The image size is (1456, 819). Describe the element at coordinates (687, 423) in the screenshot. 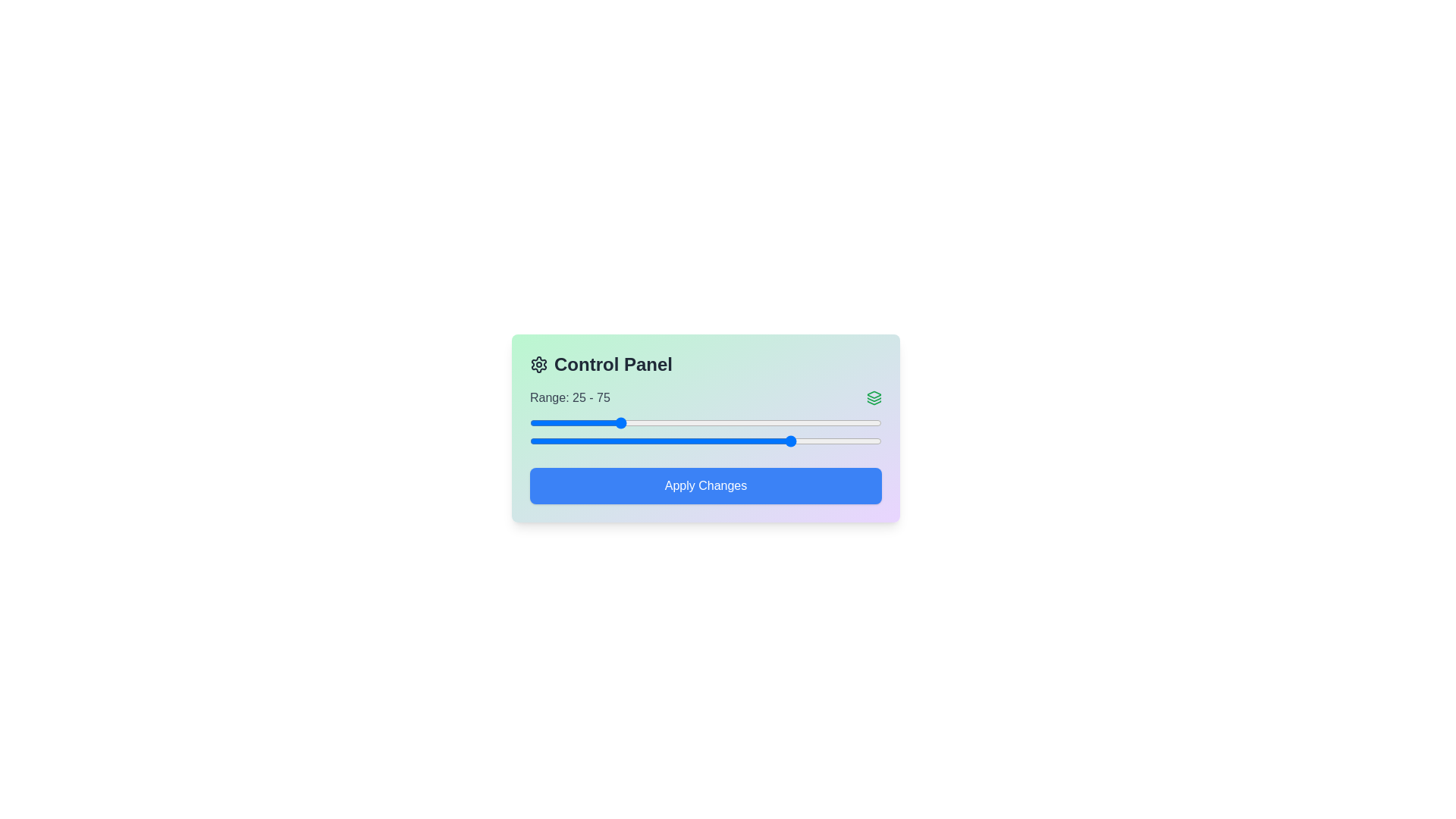

I see `the left slider to set the starting value to 45` at that location.